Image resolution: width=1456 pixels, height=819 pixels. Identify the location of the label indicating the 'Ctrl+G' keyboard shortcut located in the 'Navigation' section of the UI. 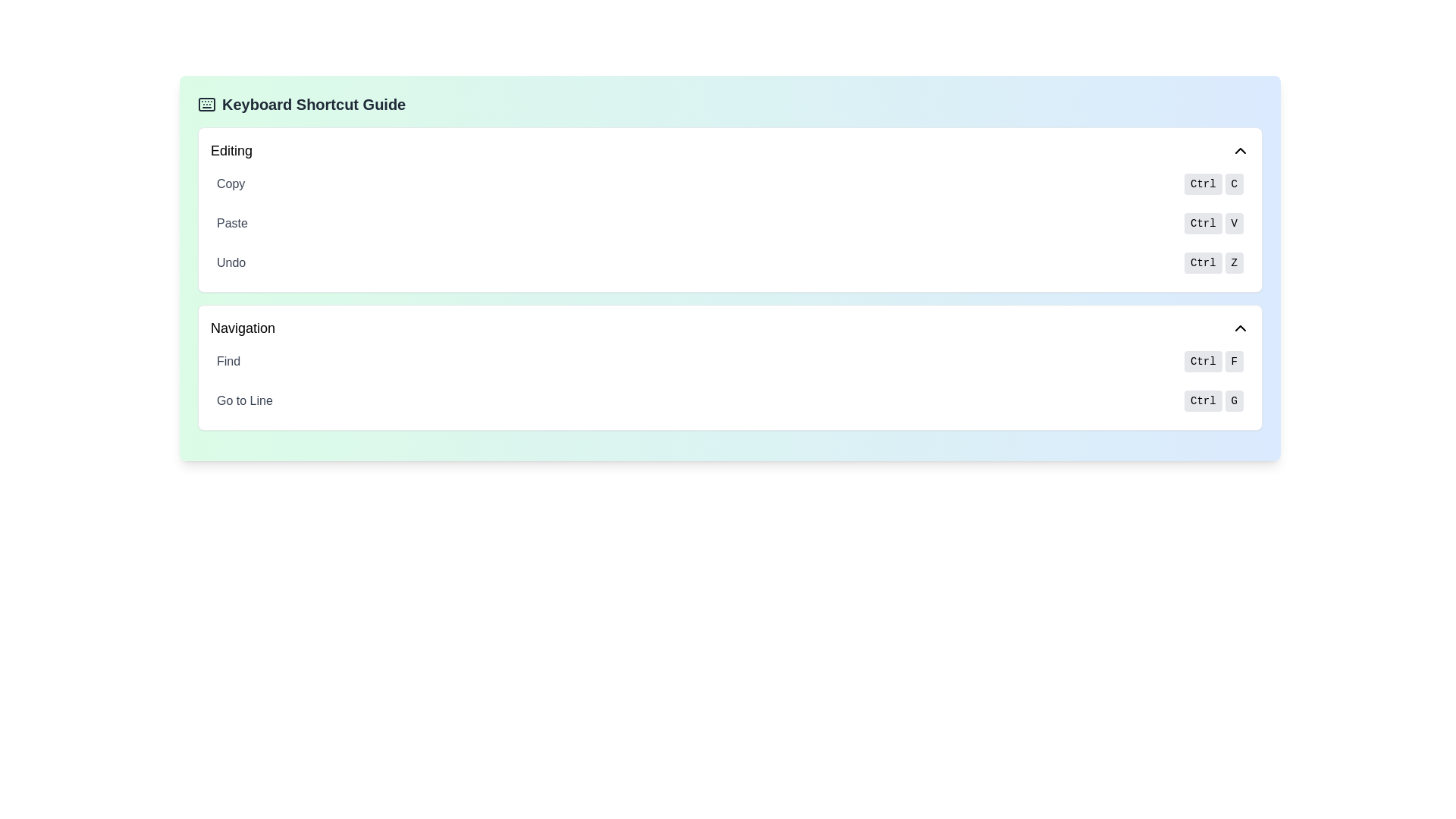
(244, 400).